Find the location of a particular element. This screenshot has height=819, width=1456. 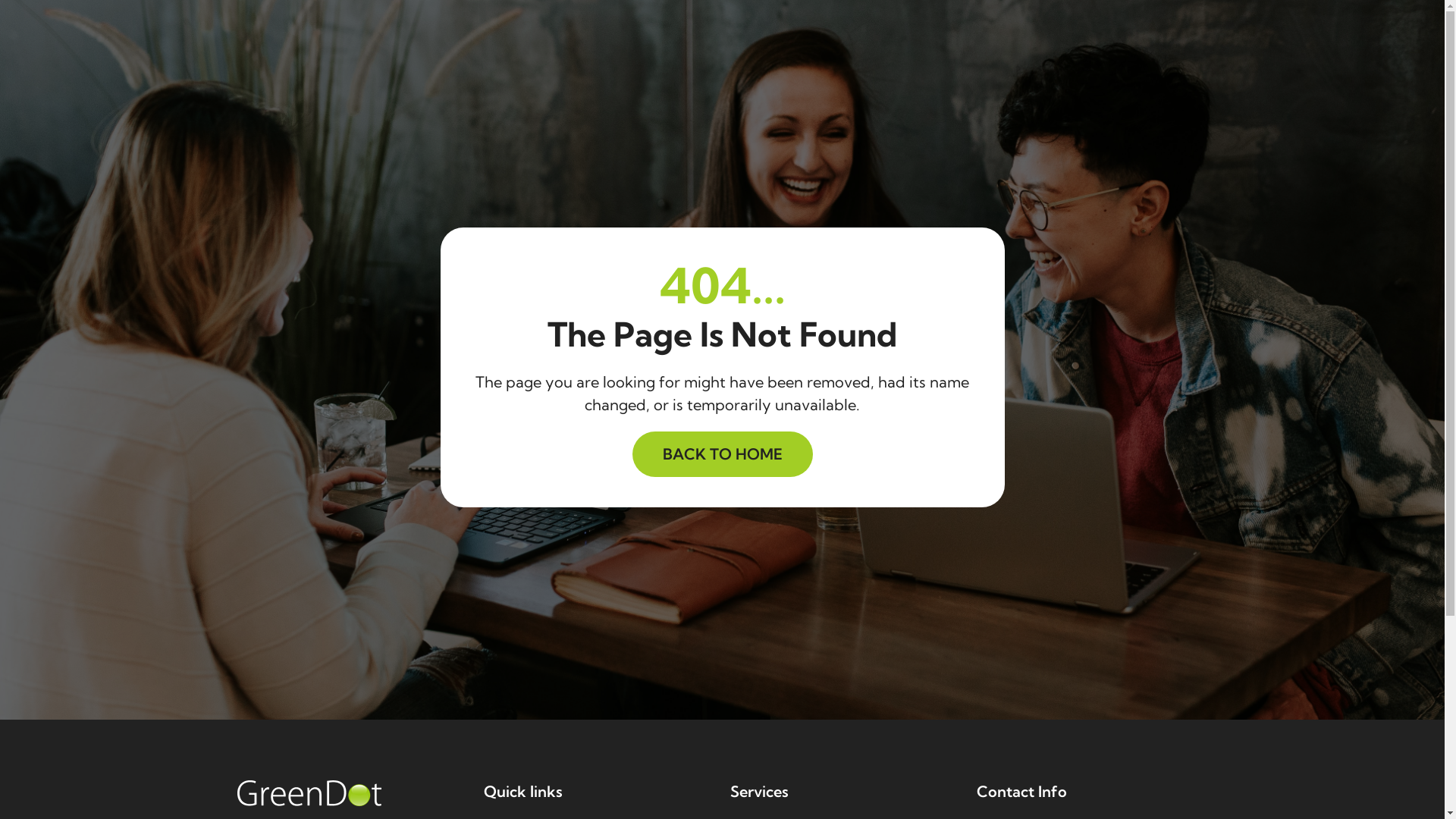

'BACK TO HOME' is located at coordinates (722, 453).